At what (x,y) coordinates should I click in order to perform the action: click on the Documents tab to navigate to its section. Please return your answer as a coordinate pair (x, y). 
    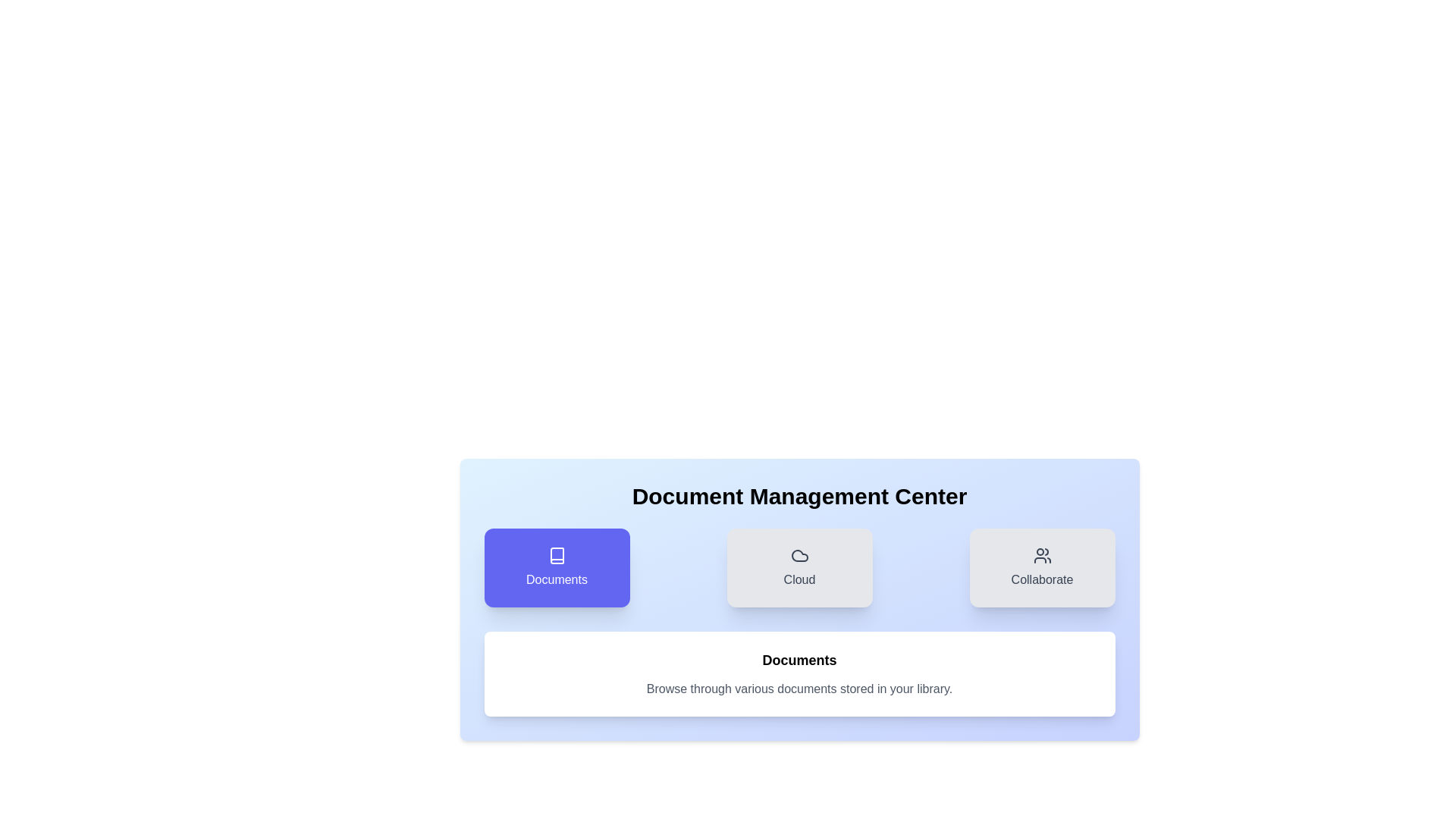
    Looking at the image, I should click on (556, 567).